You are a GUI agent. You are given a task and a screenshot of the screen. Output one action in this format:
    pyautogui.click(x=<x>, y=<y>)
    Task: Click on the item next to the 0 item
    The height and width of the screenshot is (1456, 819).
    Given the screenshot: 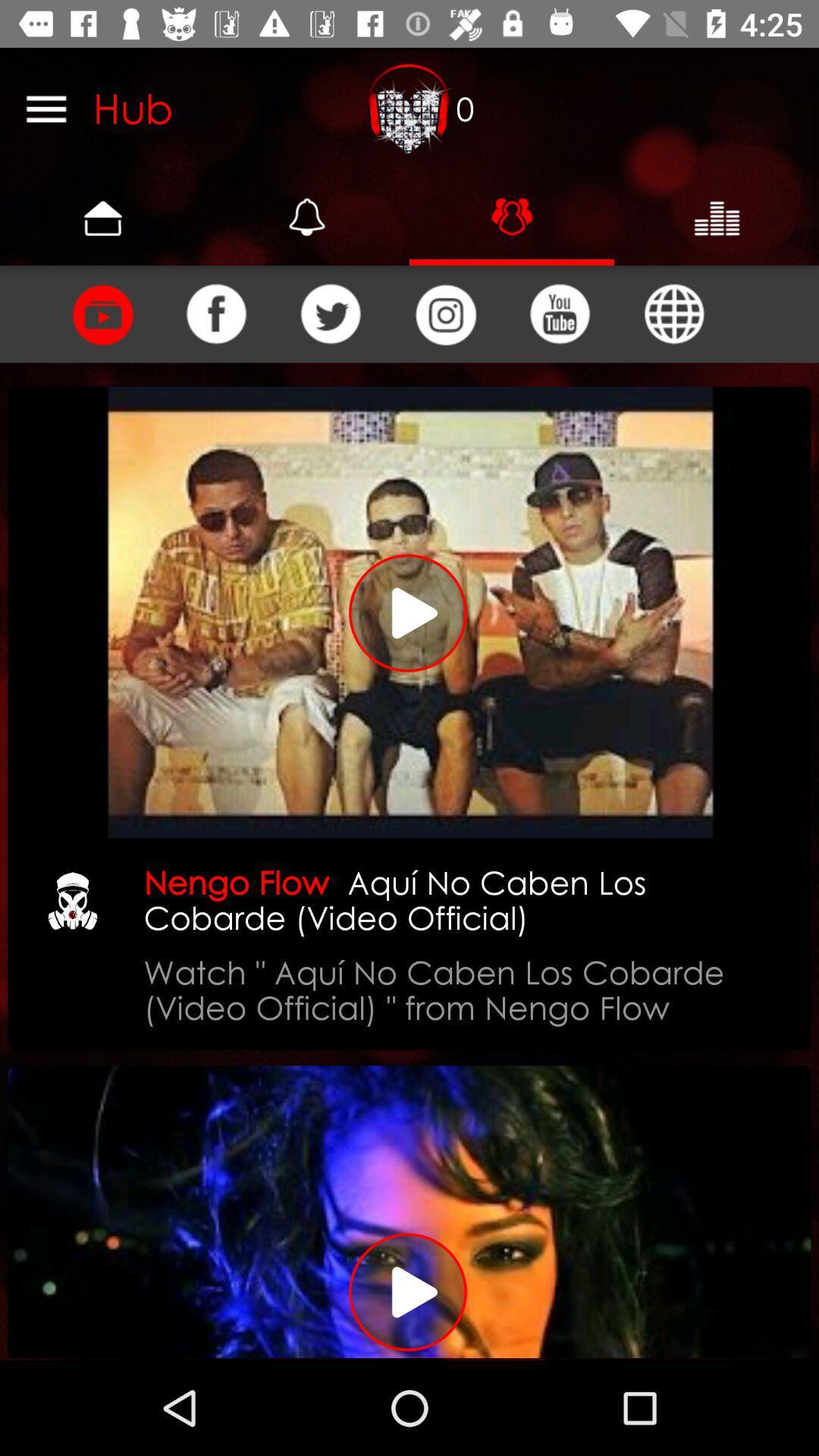 What is the action you would take?
    pyautogui.click(x=409, y=108)
    